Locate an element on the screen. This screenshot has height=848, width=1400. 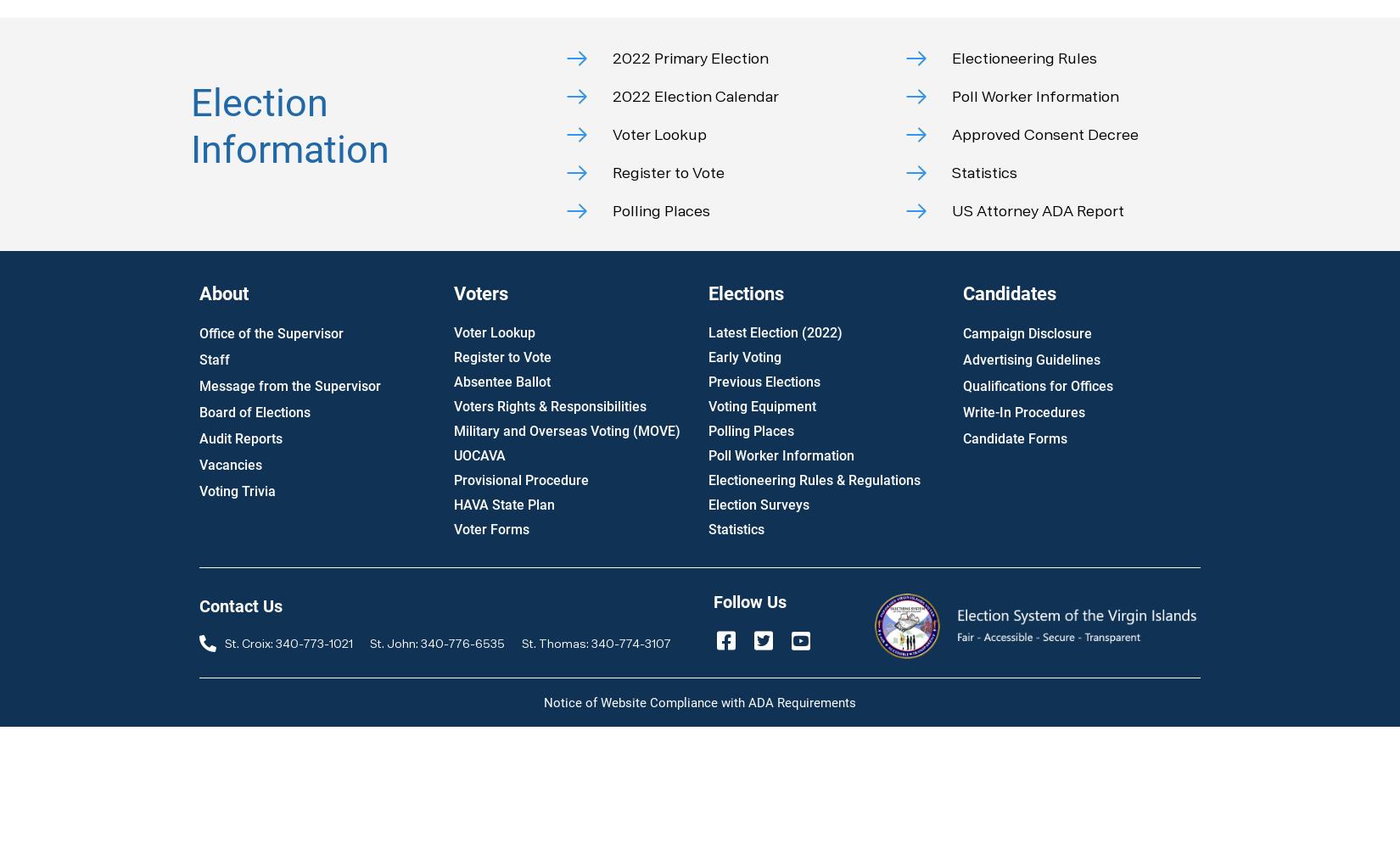
'Write-In Procedures' is located at coordinates (1023, 411).